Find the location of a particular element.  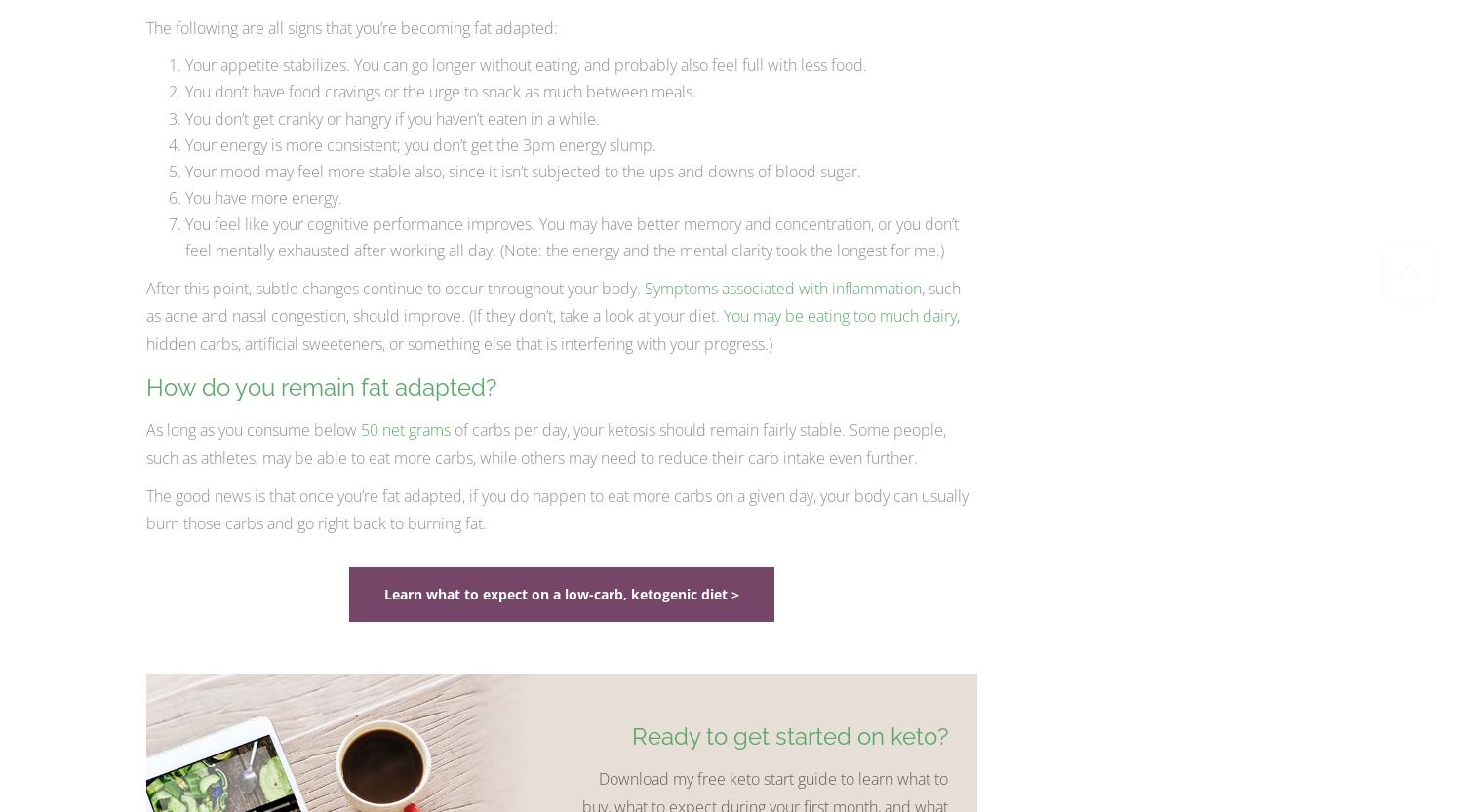

'50 net grams' is located at coordinates (360, 428).